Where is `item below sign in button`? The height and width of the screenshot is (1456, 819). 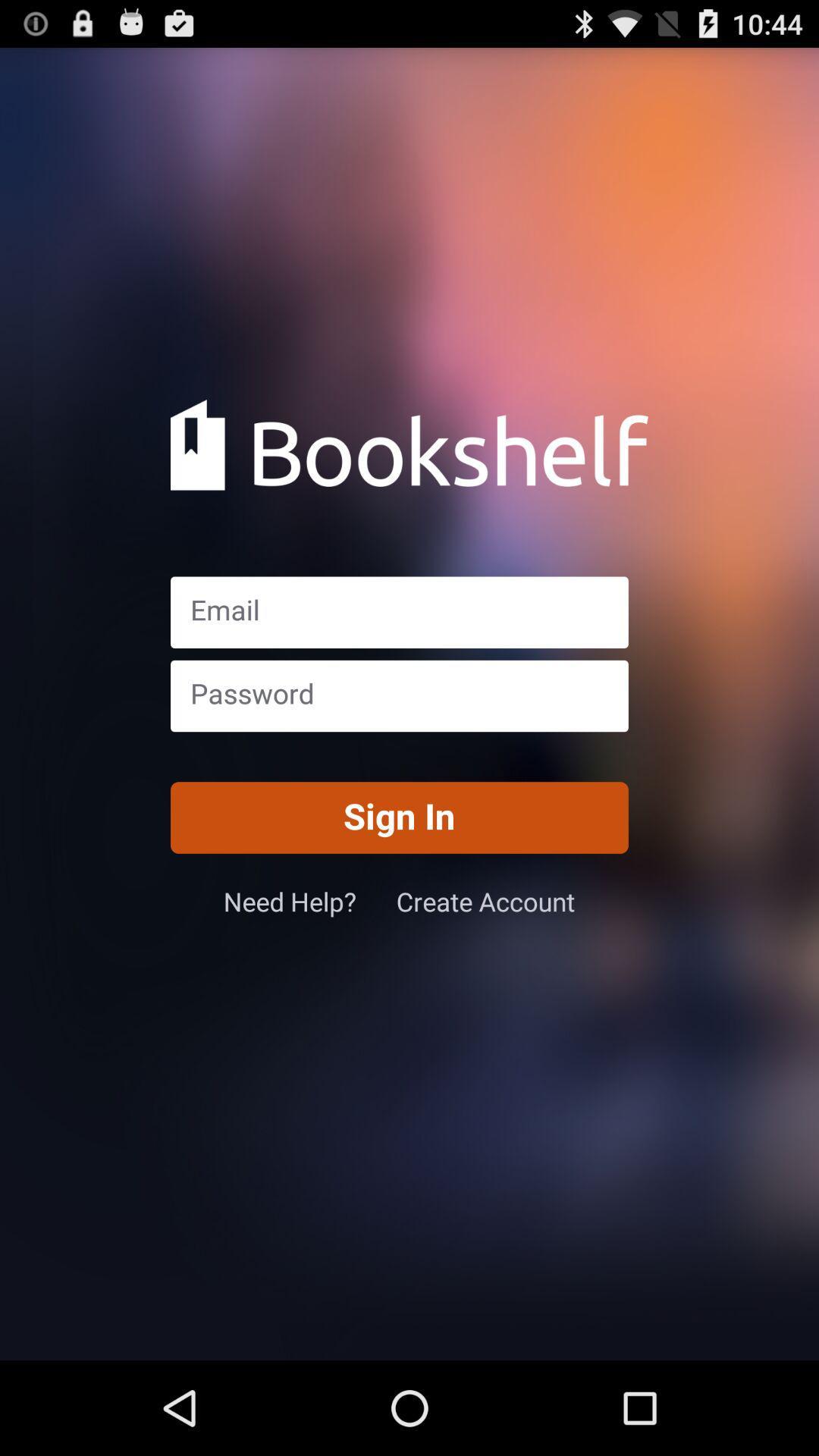 item below sign in button is located at coordinates (309, 901).